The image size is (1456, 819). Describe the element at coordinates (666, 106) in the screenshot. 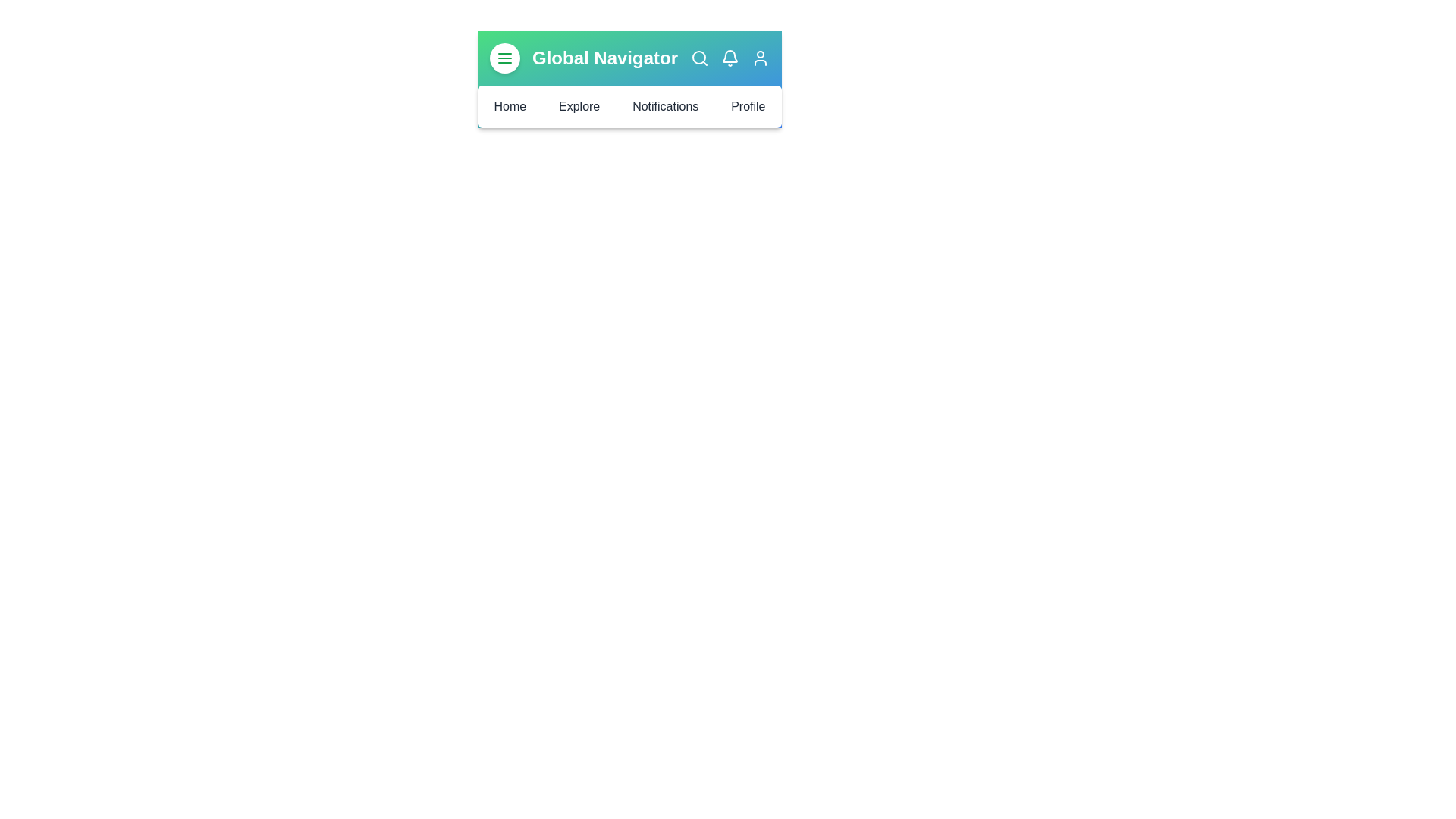

I see `the menu item Notifications to preview its interactive state` at that location.